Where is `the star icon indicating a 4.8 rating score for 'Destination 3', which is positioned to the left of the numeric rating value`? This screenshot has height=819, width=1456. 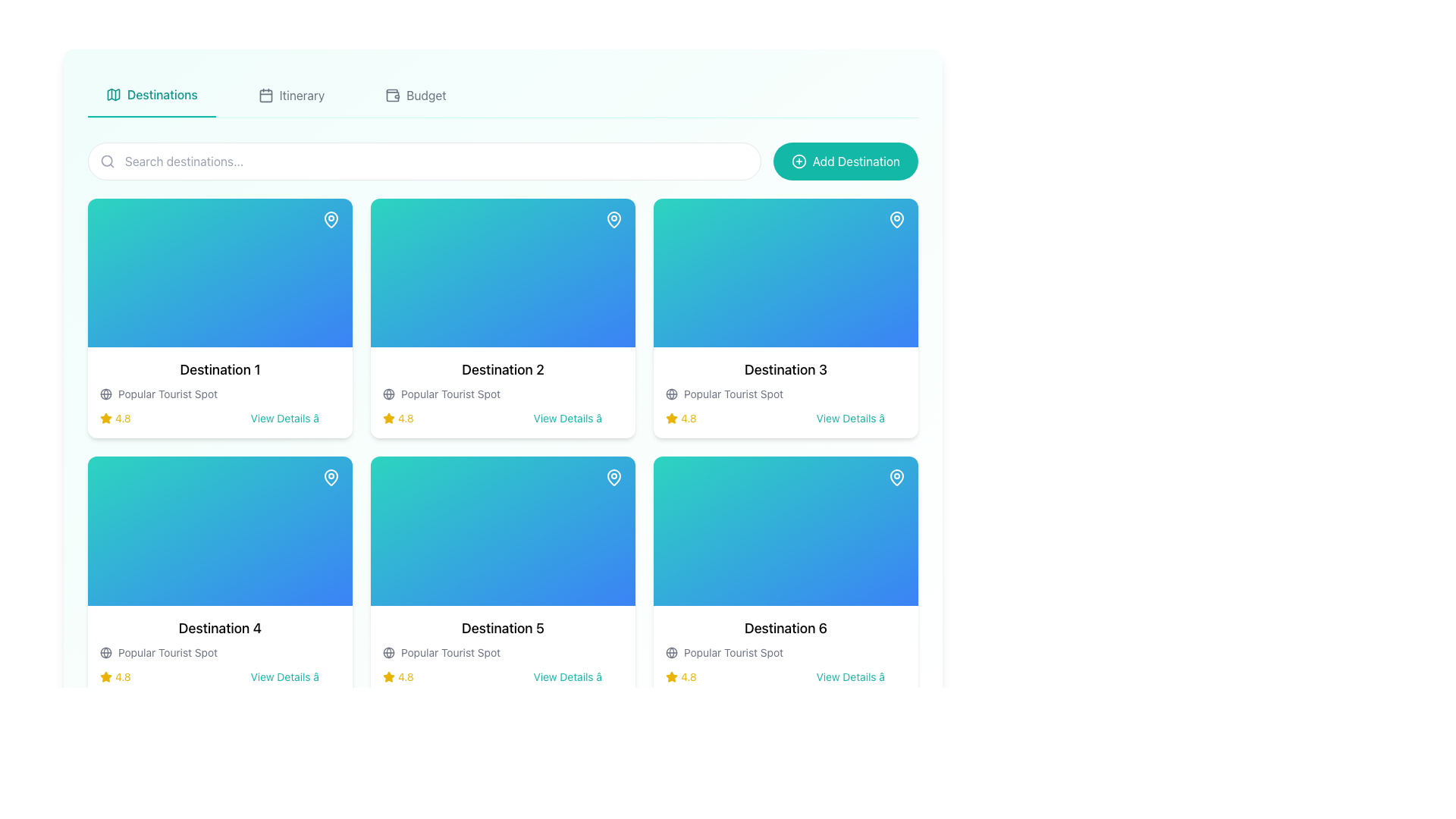
the star icon indicating a 4.8 rating score for 'Destination 3', which is positioned to the left of the numeric rating value is located at coordinates (671, 418).